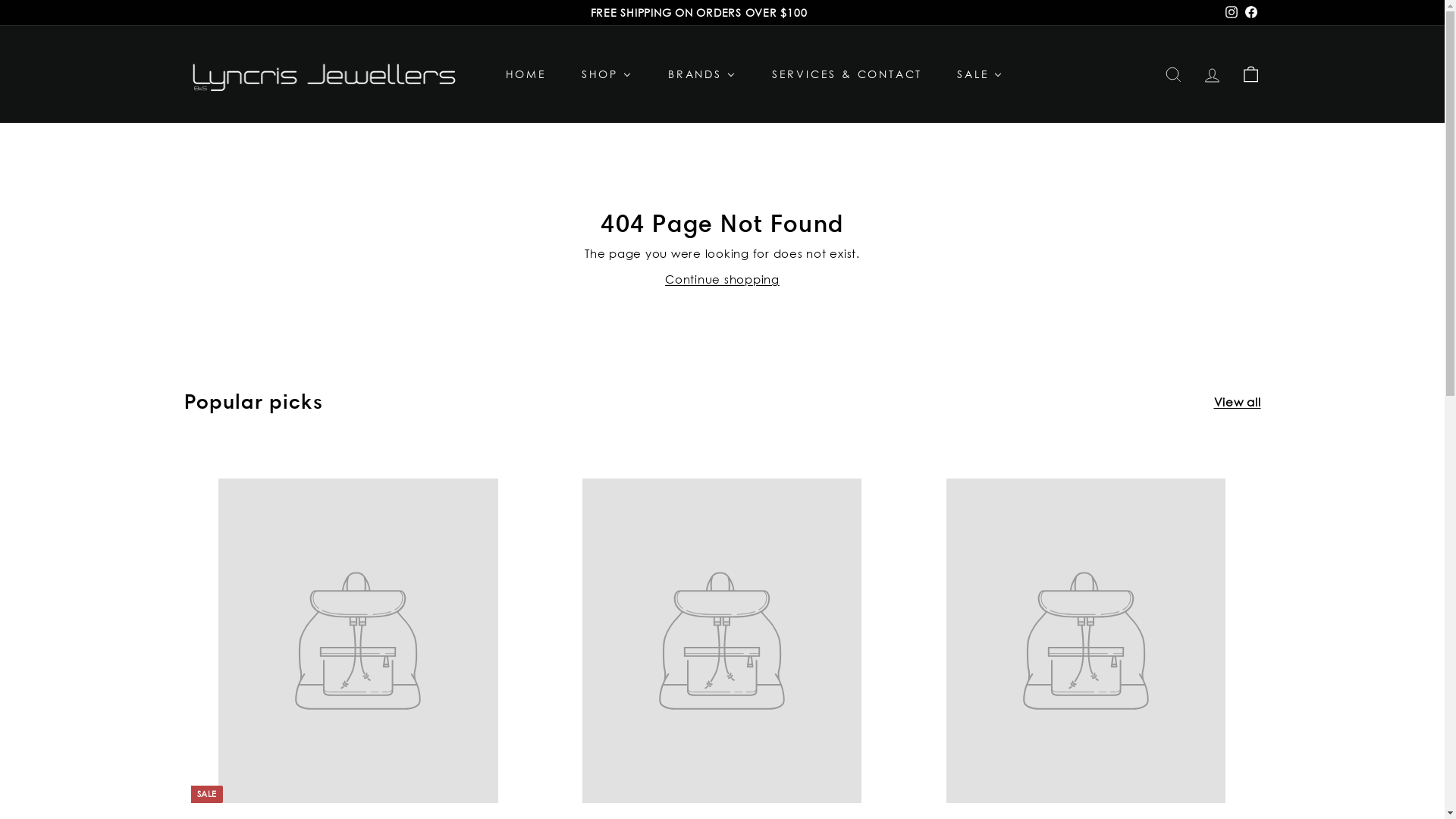 The width and height of the screenshot is (1456, 819). Describe the element at coordinates (1192, 74) in the screenshot. I see `'ACCOUNT'` at that location.